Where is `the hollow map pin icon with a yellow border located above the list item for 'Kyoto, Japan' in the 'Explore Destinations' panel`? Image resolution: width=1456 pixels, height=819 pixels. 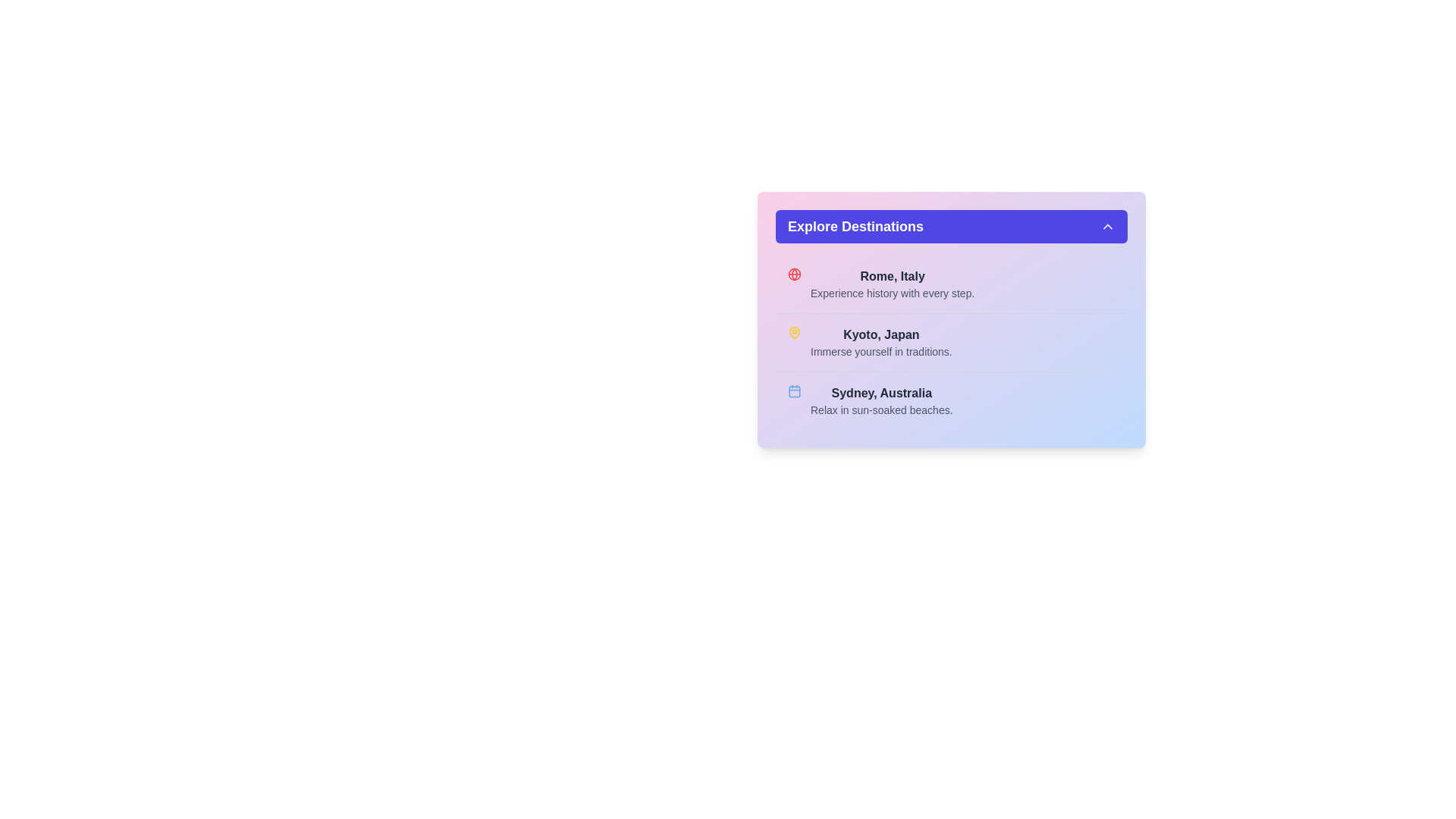
the hollow map pin icon with a yellow border located above the list item for 'Kyoto, Japan' in the 'Explore Destinations' panel is located at coordinates (793, 332).